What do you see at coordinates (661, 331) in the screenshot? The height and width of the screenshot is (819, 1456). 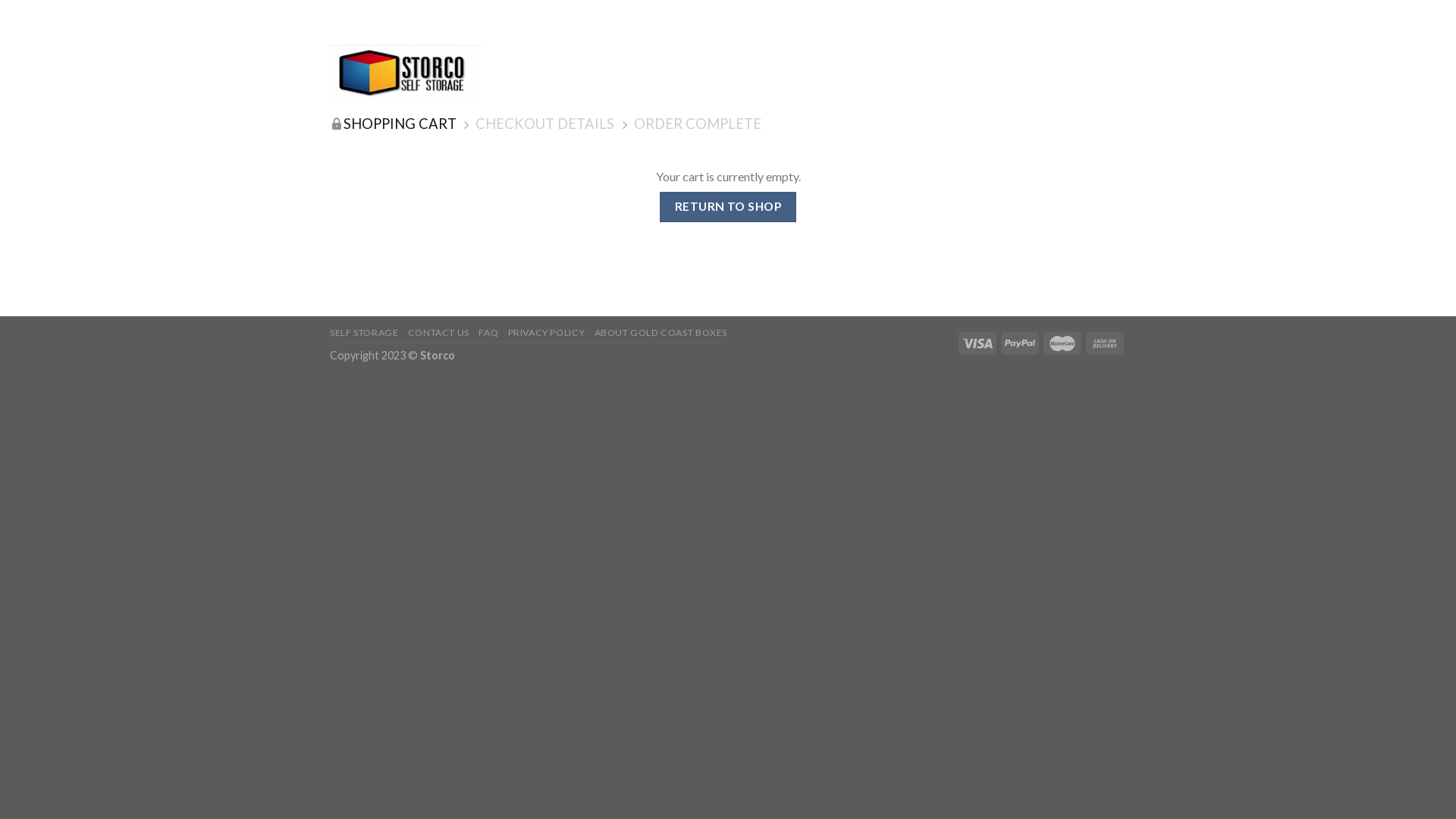 I see `'ABOUT GOLD COAST BOXES'` at bounding box center [661, 331].